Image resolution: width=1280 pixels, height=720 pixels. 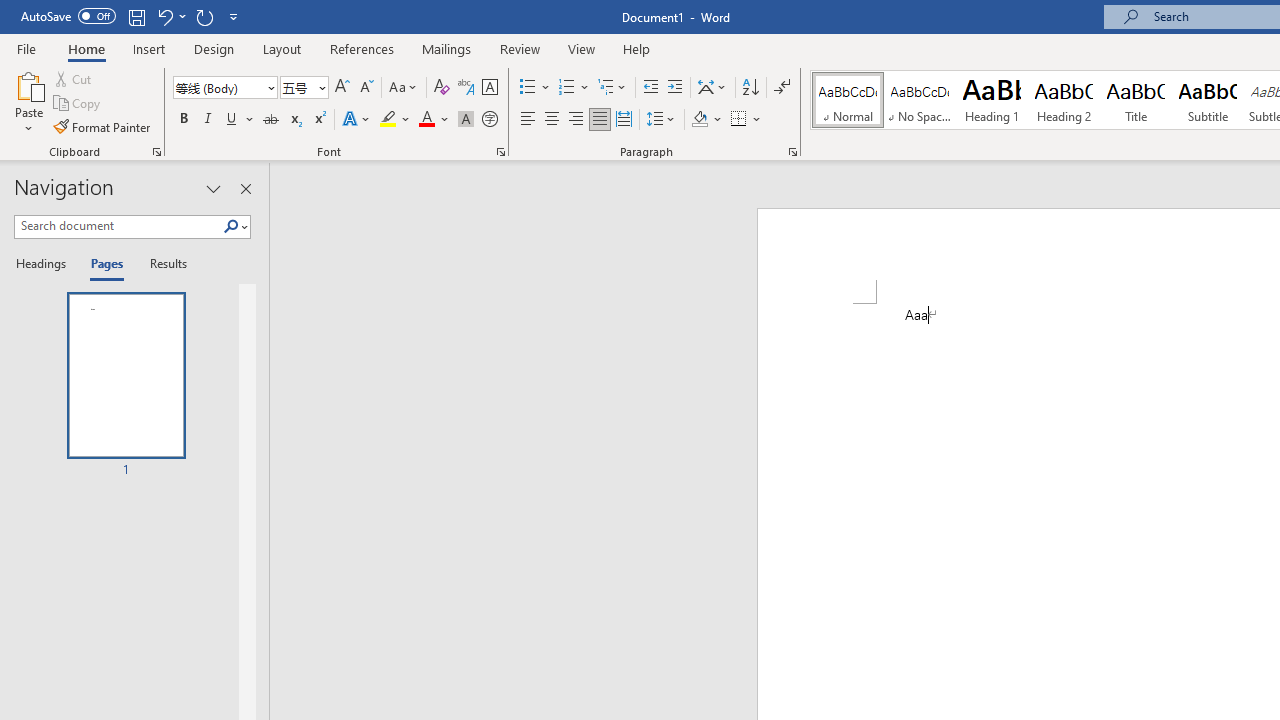 I want to click on 'Character Border', so click(x=489, y=86).